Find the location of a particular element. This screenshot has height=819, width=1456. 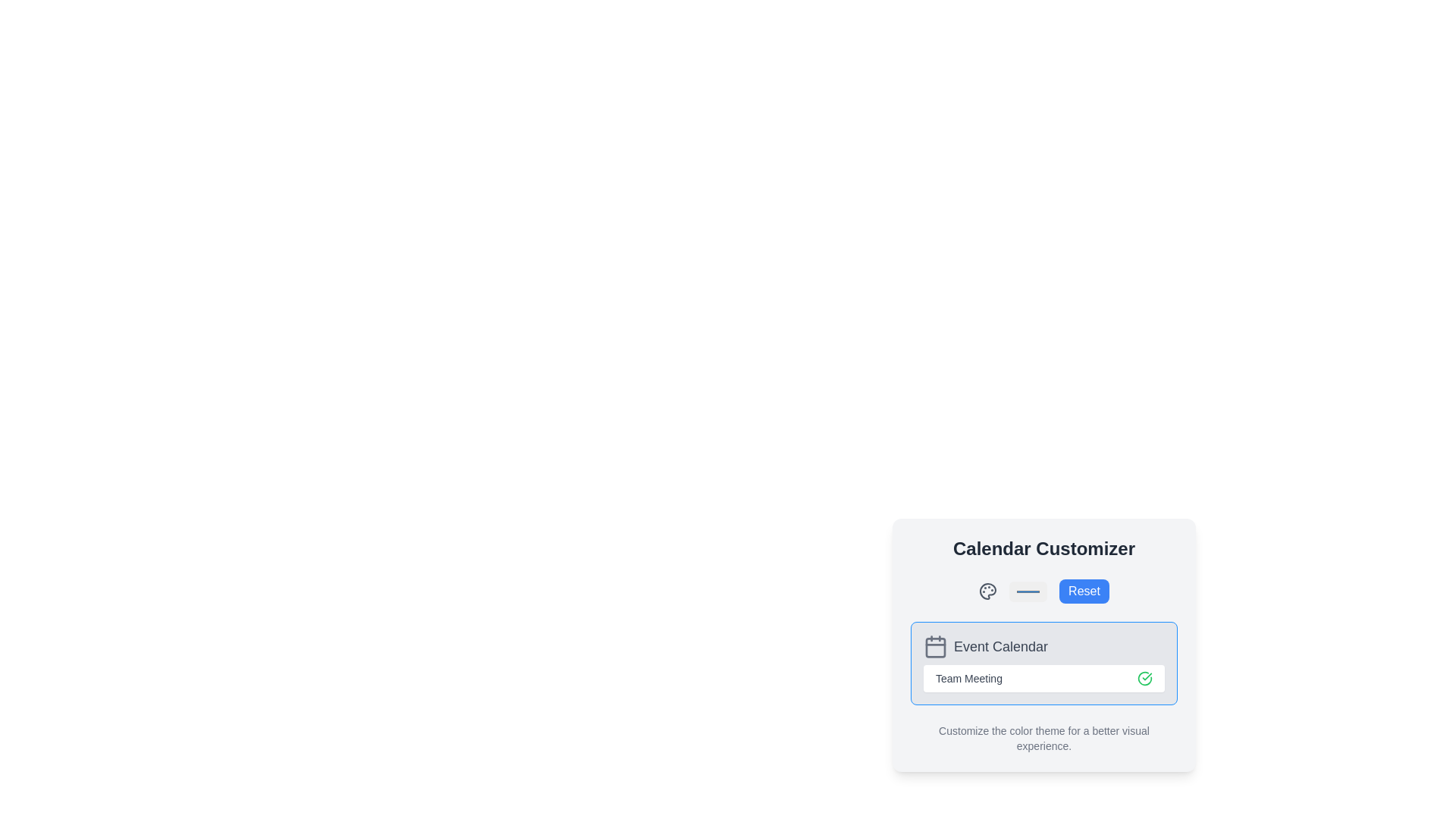

the painter's palette icon element, which is a part of the Calendar Customizer interface and features a clean, circular design with cutouts and holes is located at coordinates (988, 590).